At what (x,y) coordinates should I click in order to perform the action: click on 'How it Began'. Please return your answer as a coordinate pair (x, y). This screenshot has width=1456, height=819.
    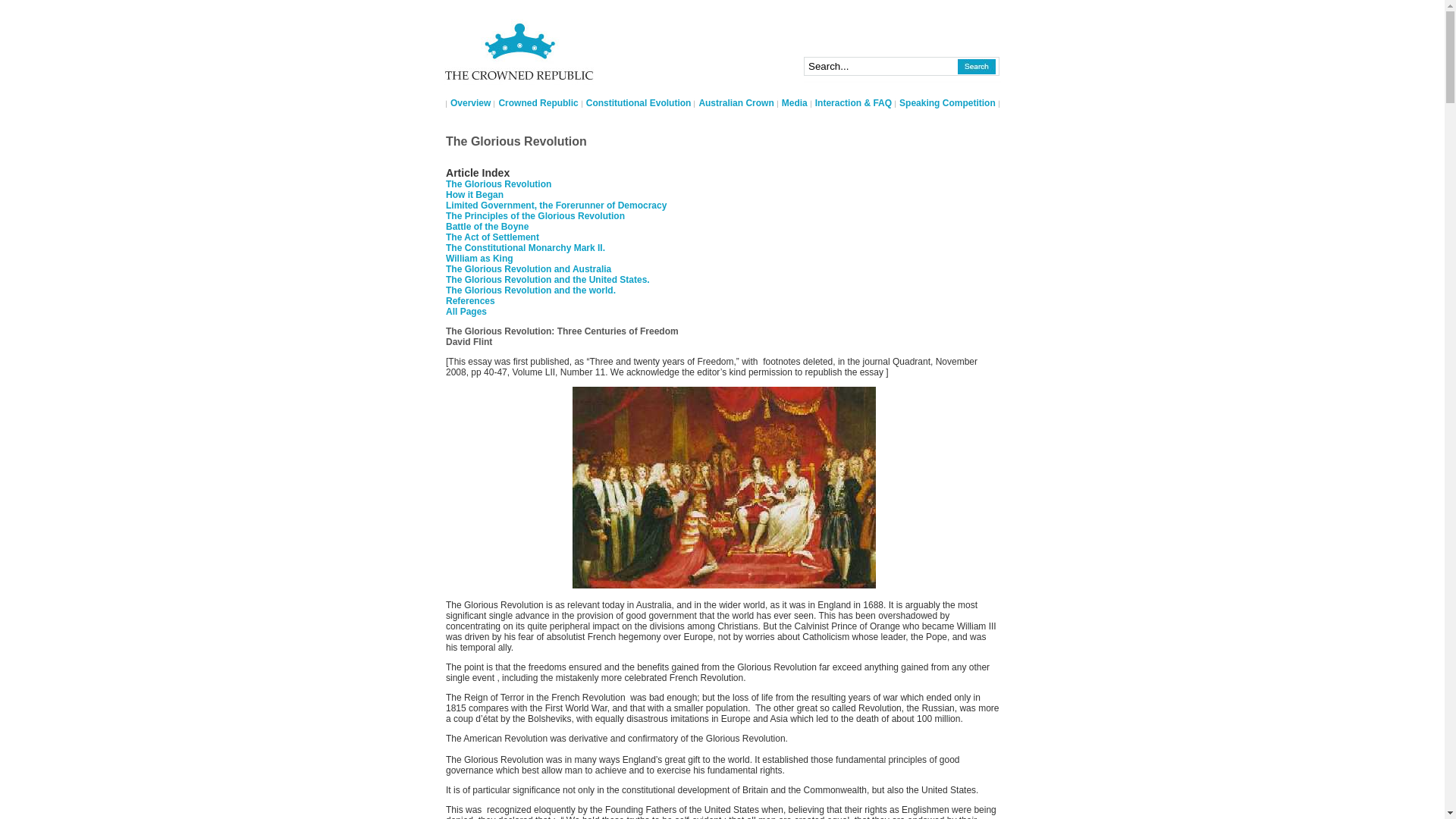
    Looking at the image, I should click on (473, 194).